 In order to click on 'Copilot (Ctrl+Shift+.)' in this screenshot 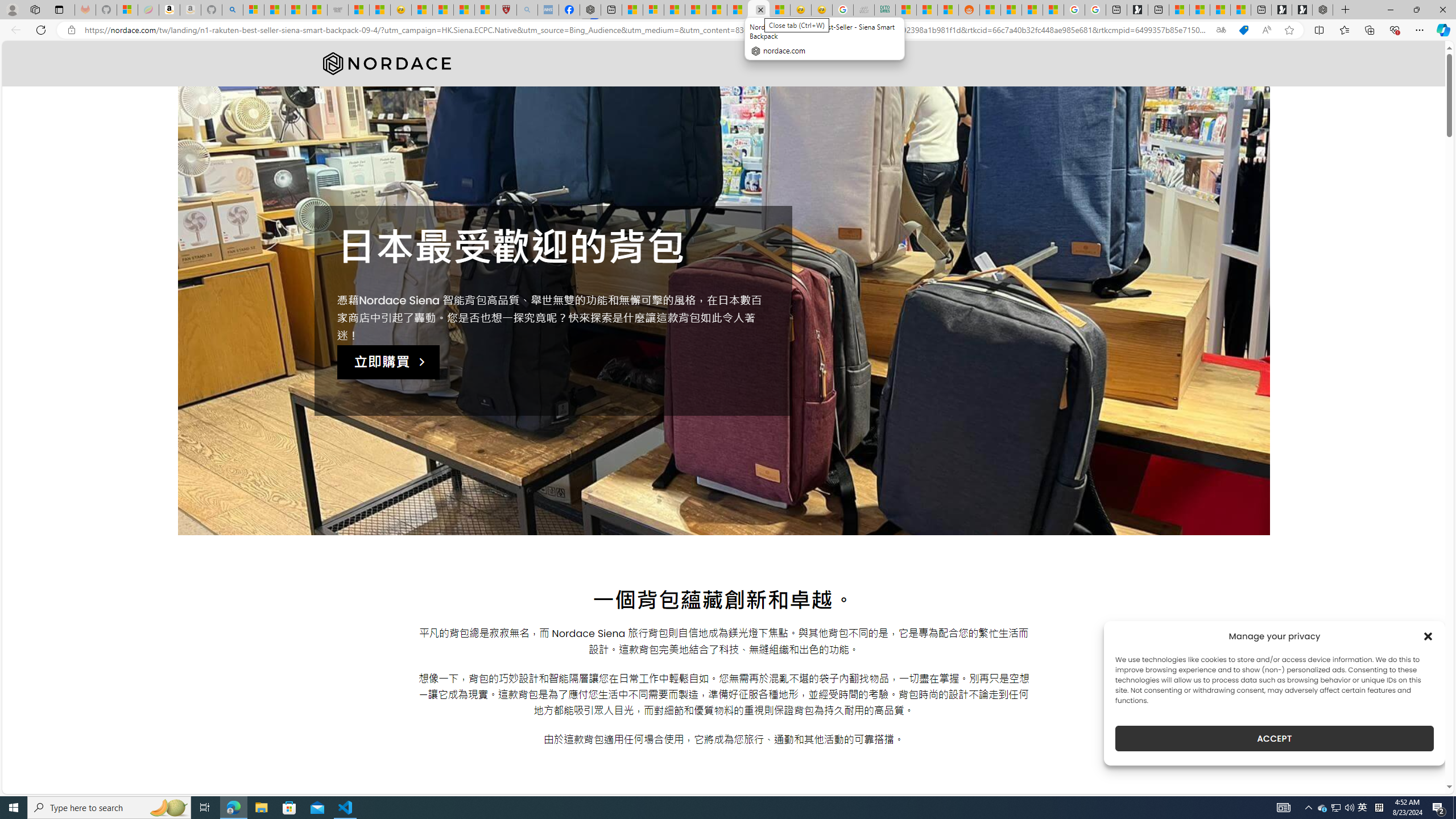, I will do `click(1442, 29)`.